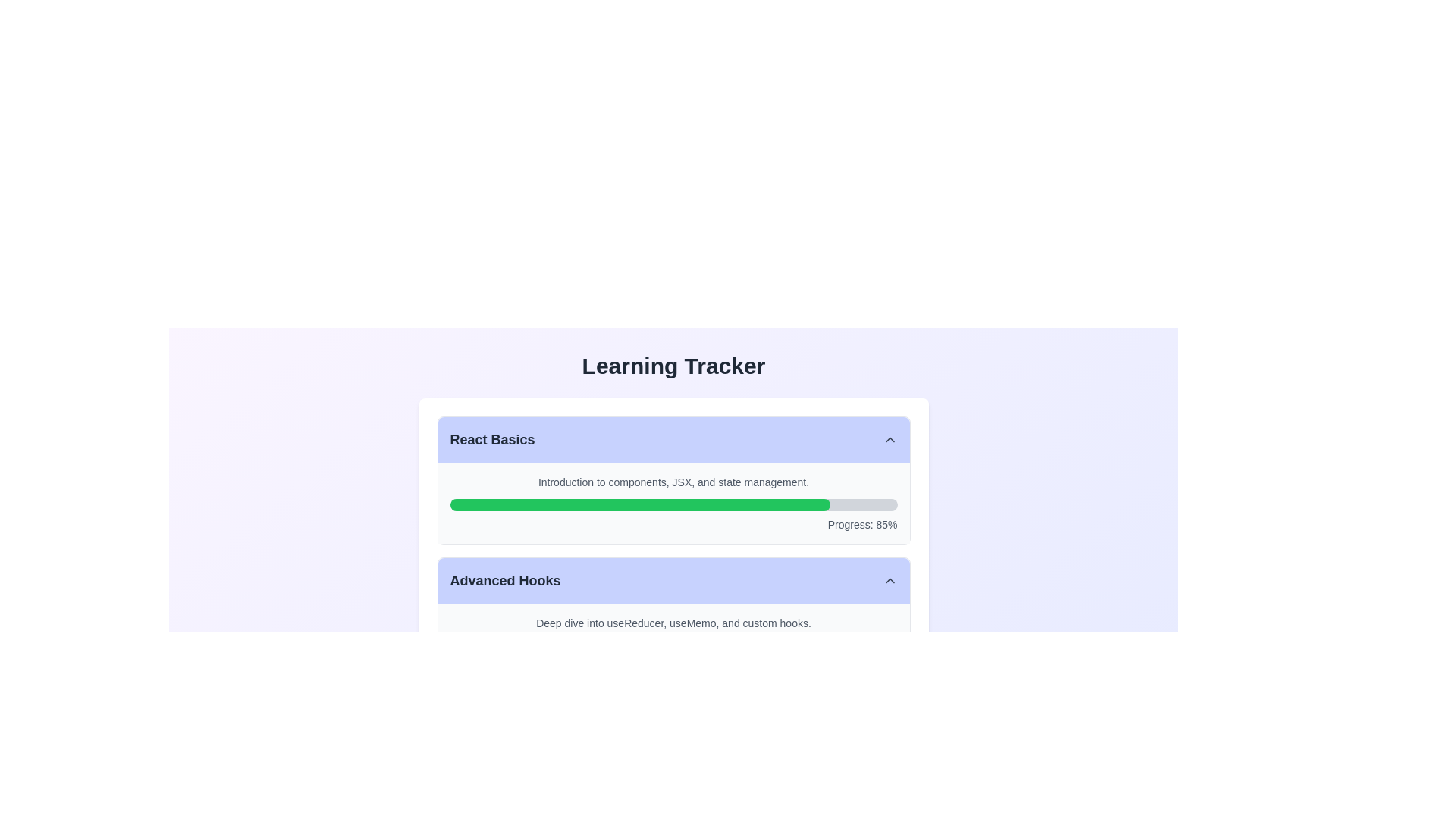 The image size is (1456, 819). What do you see at coordinates (673, 366) in the screenshot?
I see `the prominent header text label styled in bold and large font at the top of the interface` at bounding box center [673, 366].